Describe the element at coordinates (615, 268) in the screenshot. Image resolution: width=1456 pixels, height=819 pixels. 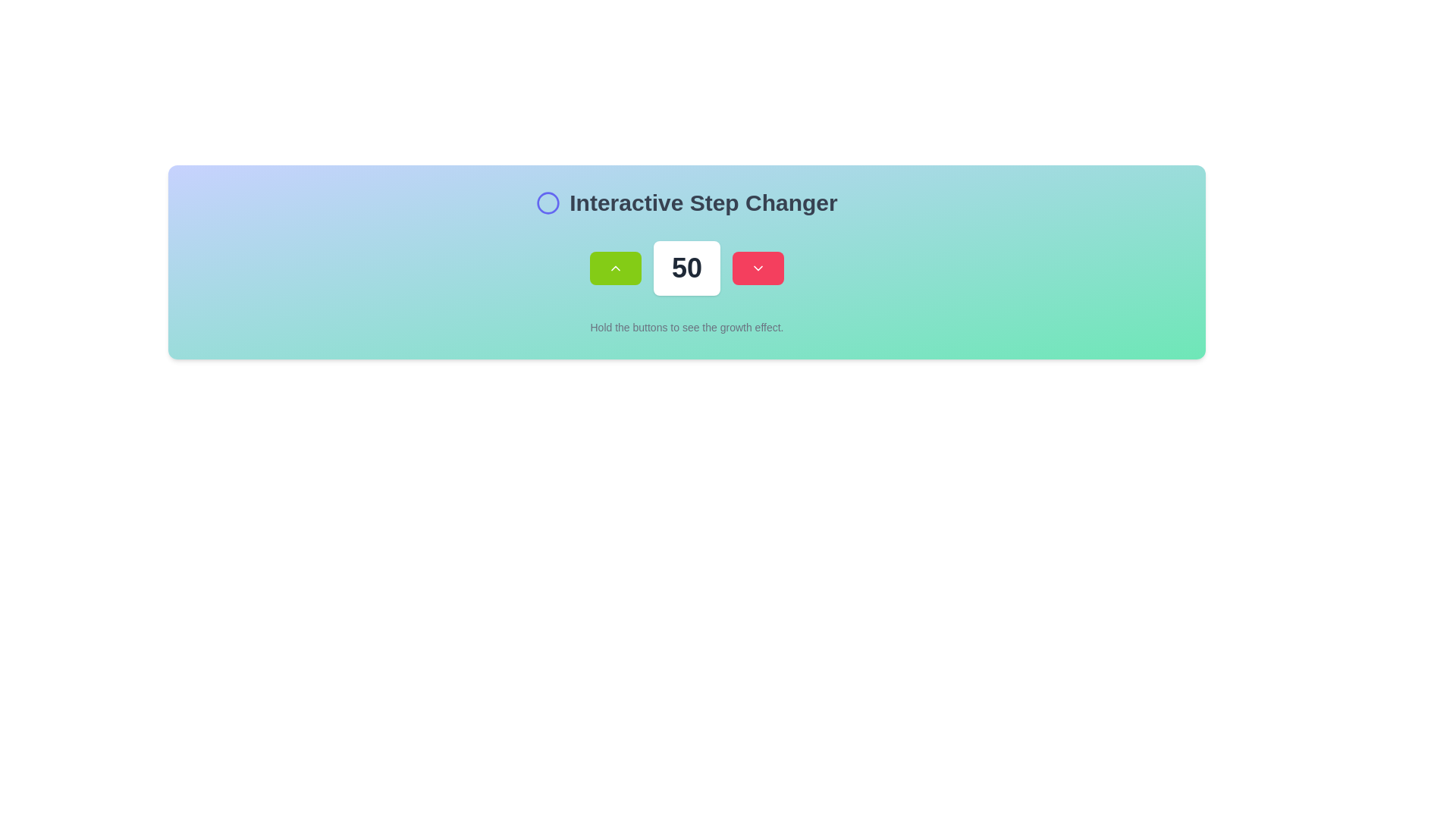
I see `the upward-pointing chevron icon located in the center of a lime-green rectangular button for keyboard navigation` at that location.